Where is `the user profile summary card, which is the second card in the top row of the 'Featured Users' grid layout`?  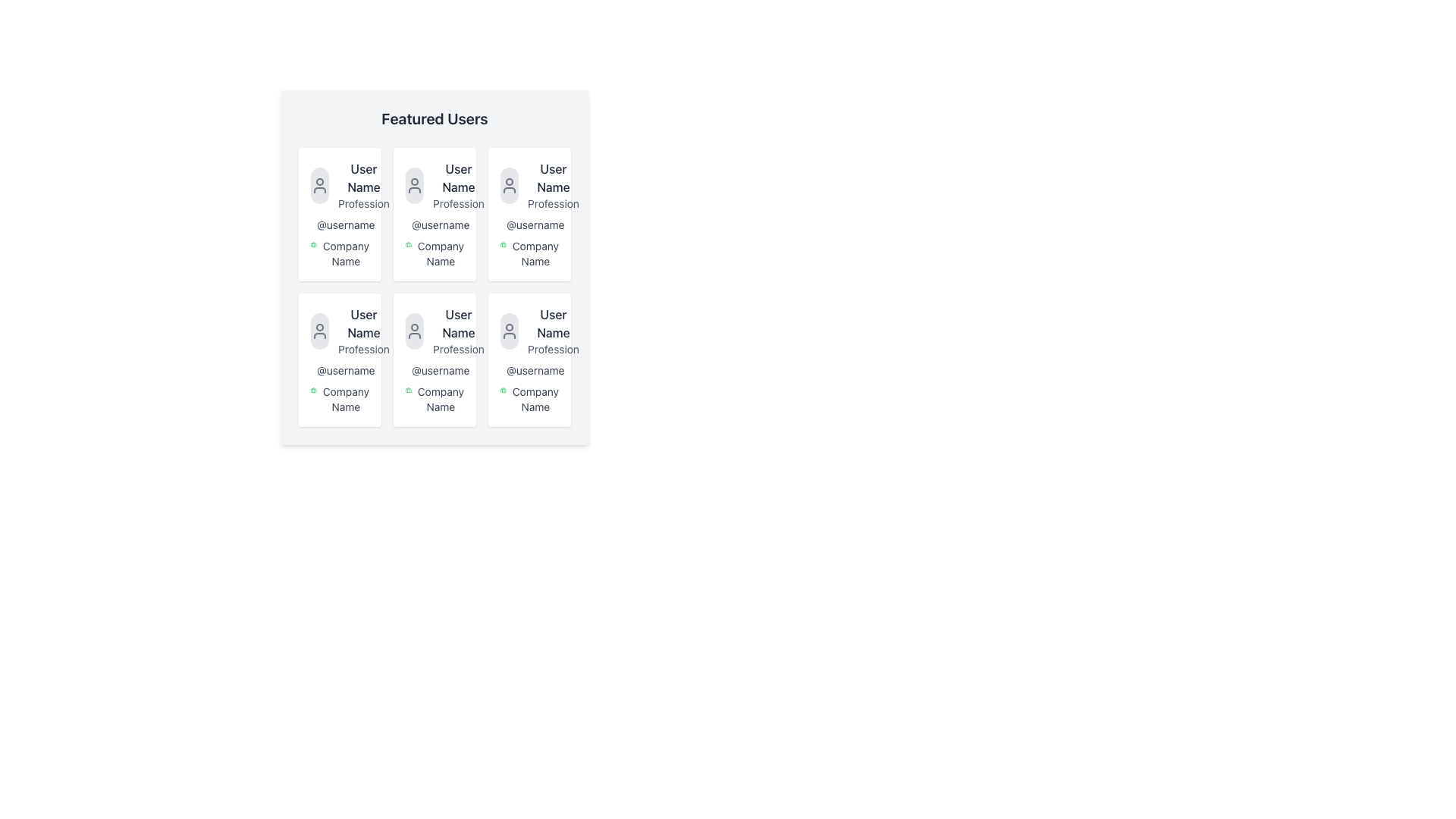
the user profile summary card, which is the second card in the top row of the 'Featured Users' grid layout is located at coordinates (434, 267).